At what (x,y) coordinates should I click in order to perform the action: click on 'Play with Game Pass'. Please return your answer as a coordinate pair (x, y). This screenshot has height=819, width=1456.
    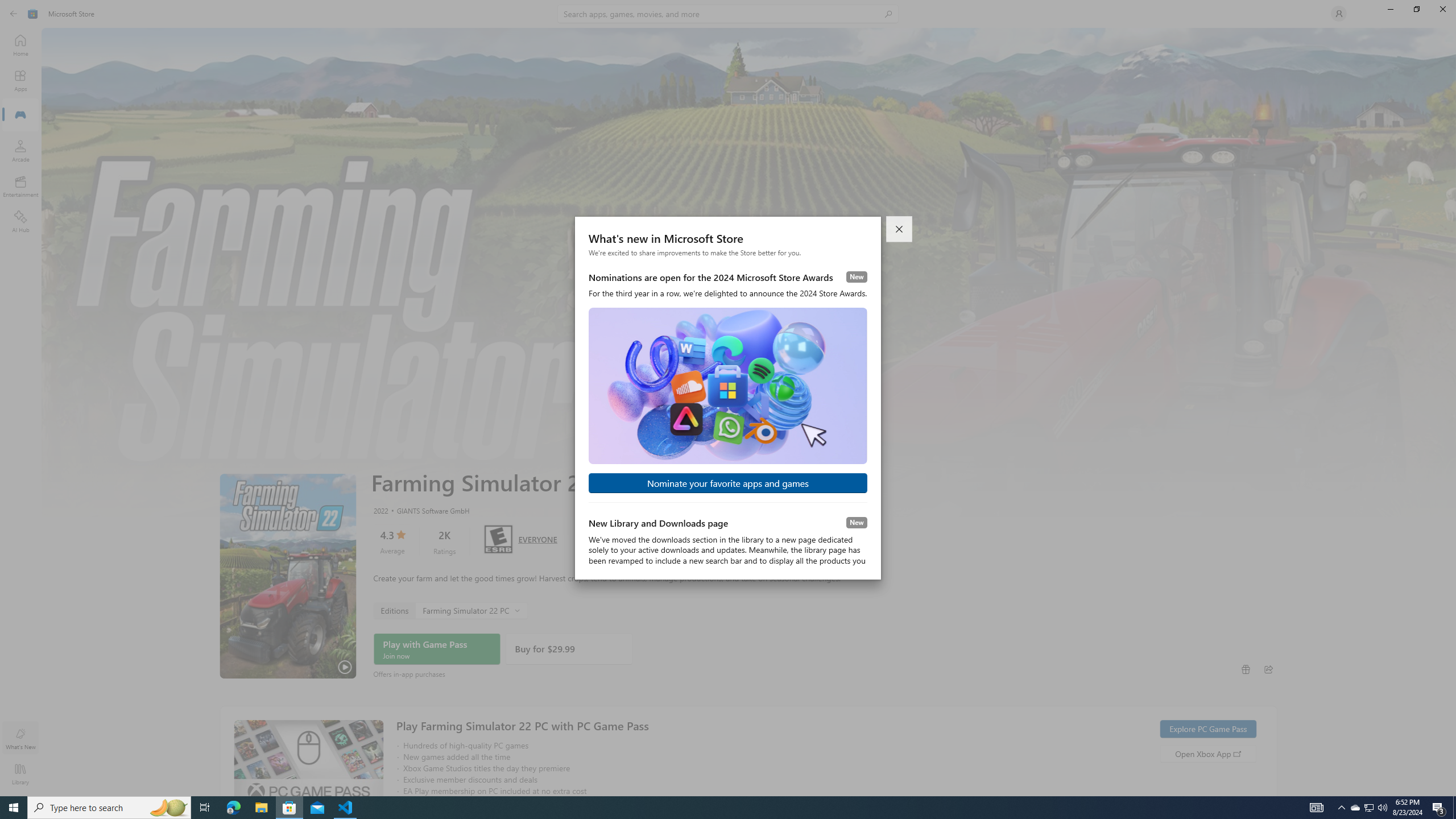
    Looking at the image, I should click on (436, 649).